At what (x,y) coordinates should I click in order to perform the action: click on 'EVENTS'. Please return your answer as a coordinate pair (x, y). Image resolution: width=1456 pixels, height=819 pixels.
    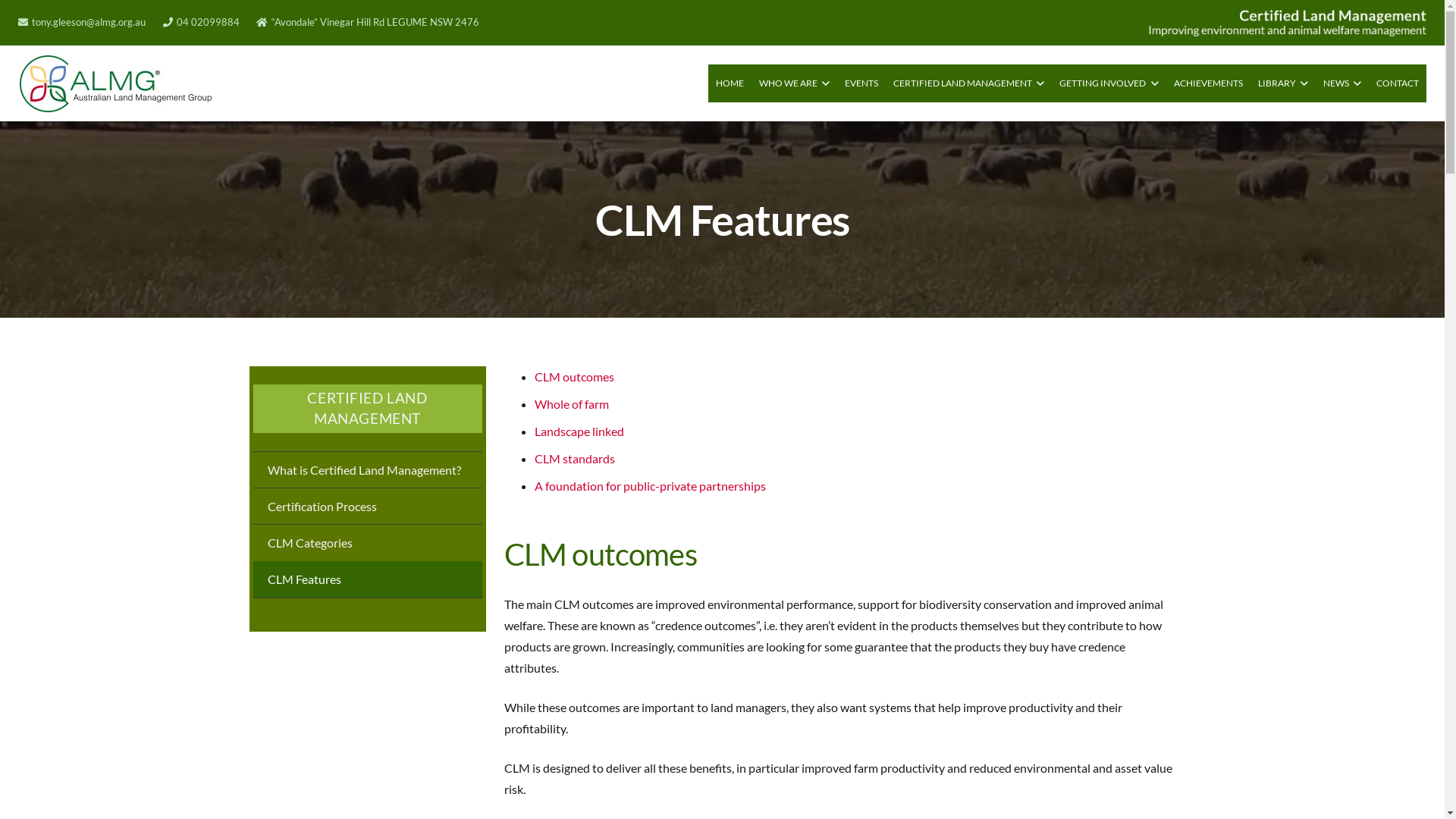
    Looking at the image, I should click on (836, 83).